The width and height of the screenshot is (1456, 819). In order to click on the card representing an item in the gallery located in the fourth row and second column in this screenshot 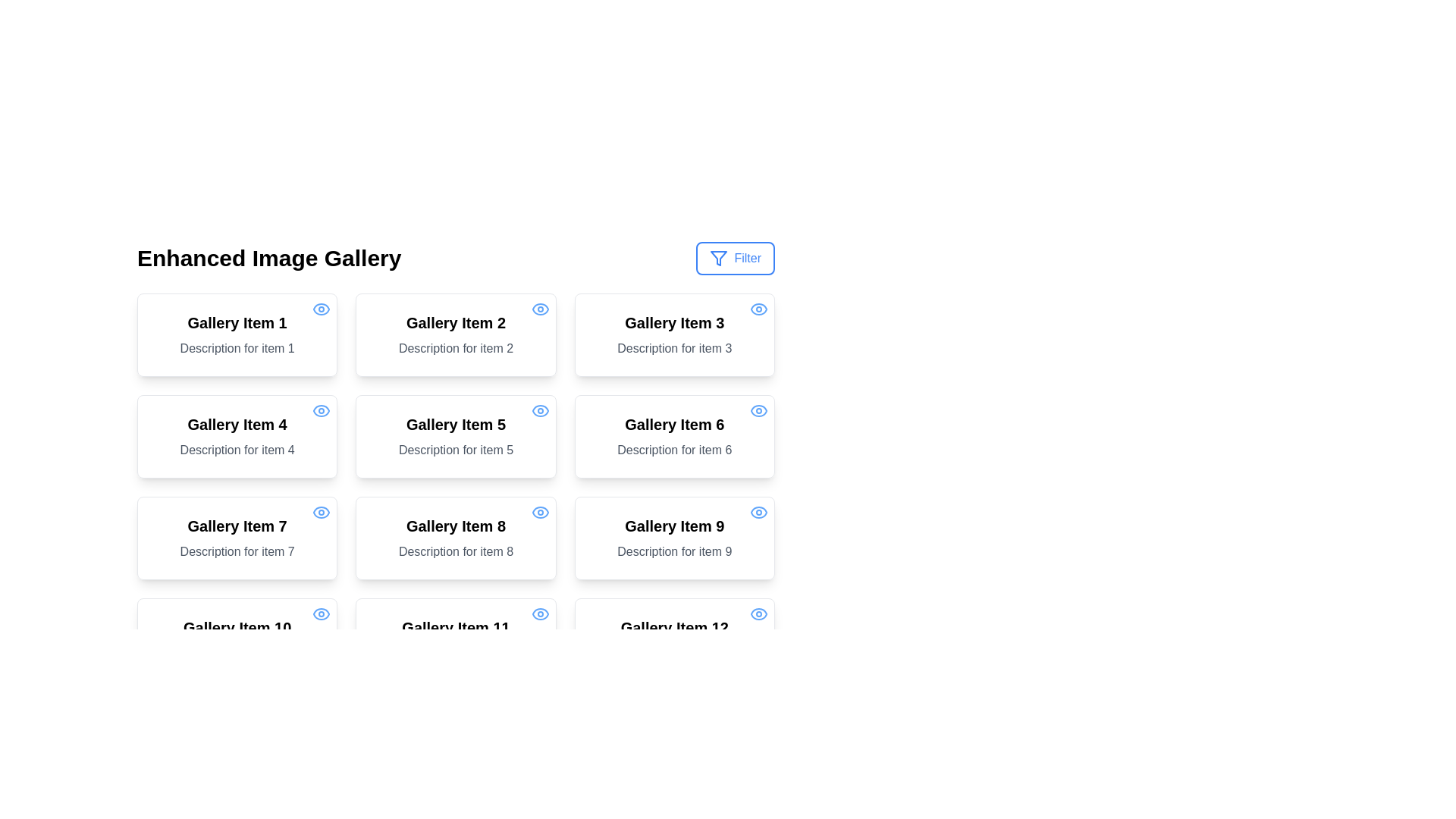, I will do `click(455, 640)`.